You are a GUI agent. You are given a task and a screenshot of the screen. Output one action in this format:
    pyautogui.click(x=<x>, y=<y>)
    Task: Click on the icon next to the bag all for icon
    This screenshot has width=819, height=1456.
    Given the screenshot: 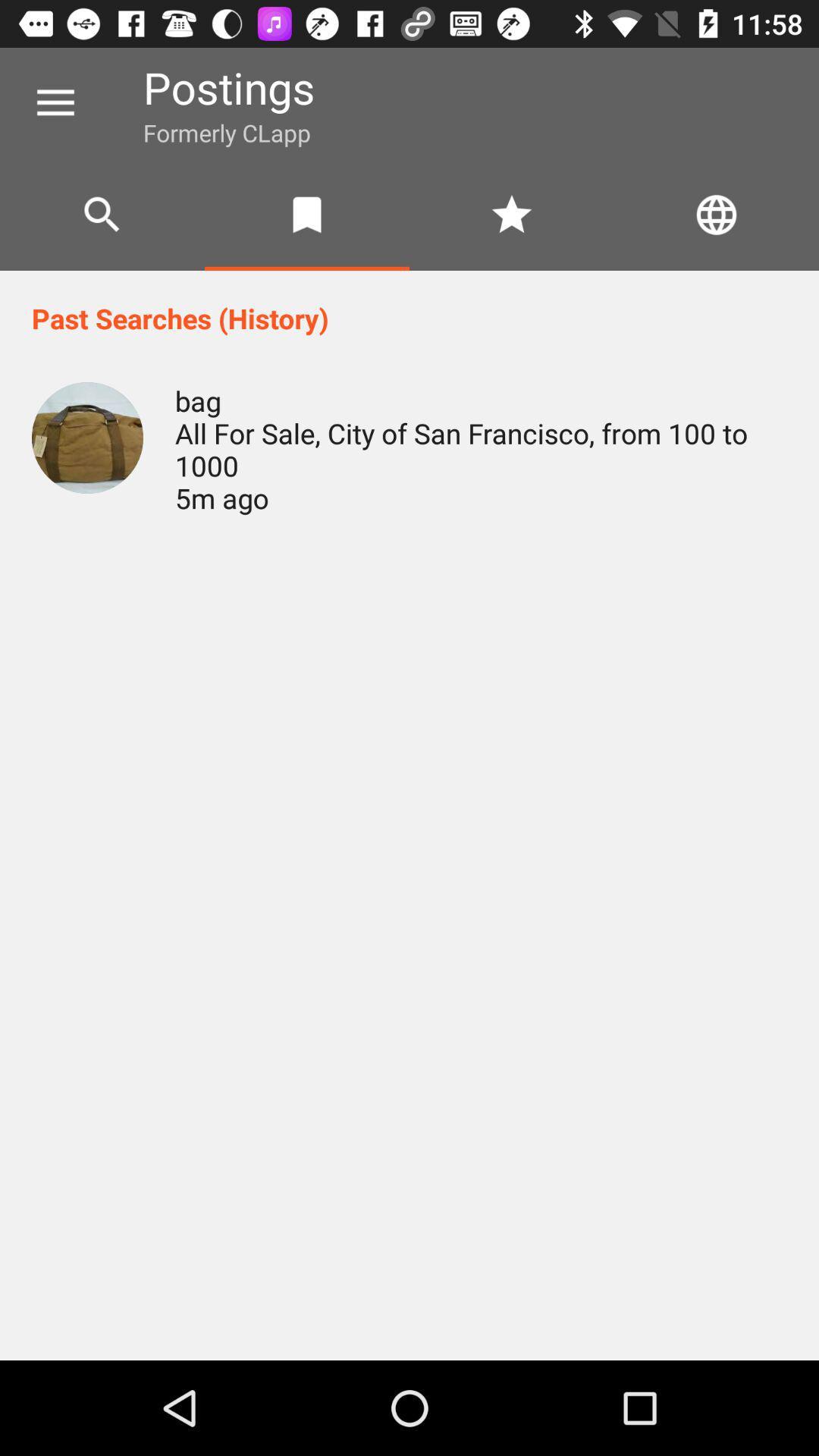 What is the action you would take?
    pyautogui.click(x=87, y=437)
    